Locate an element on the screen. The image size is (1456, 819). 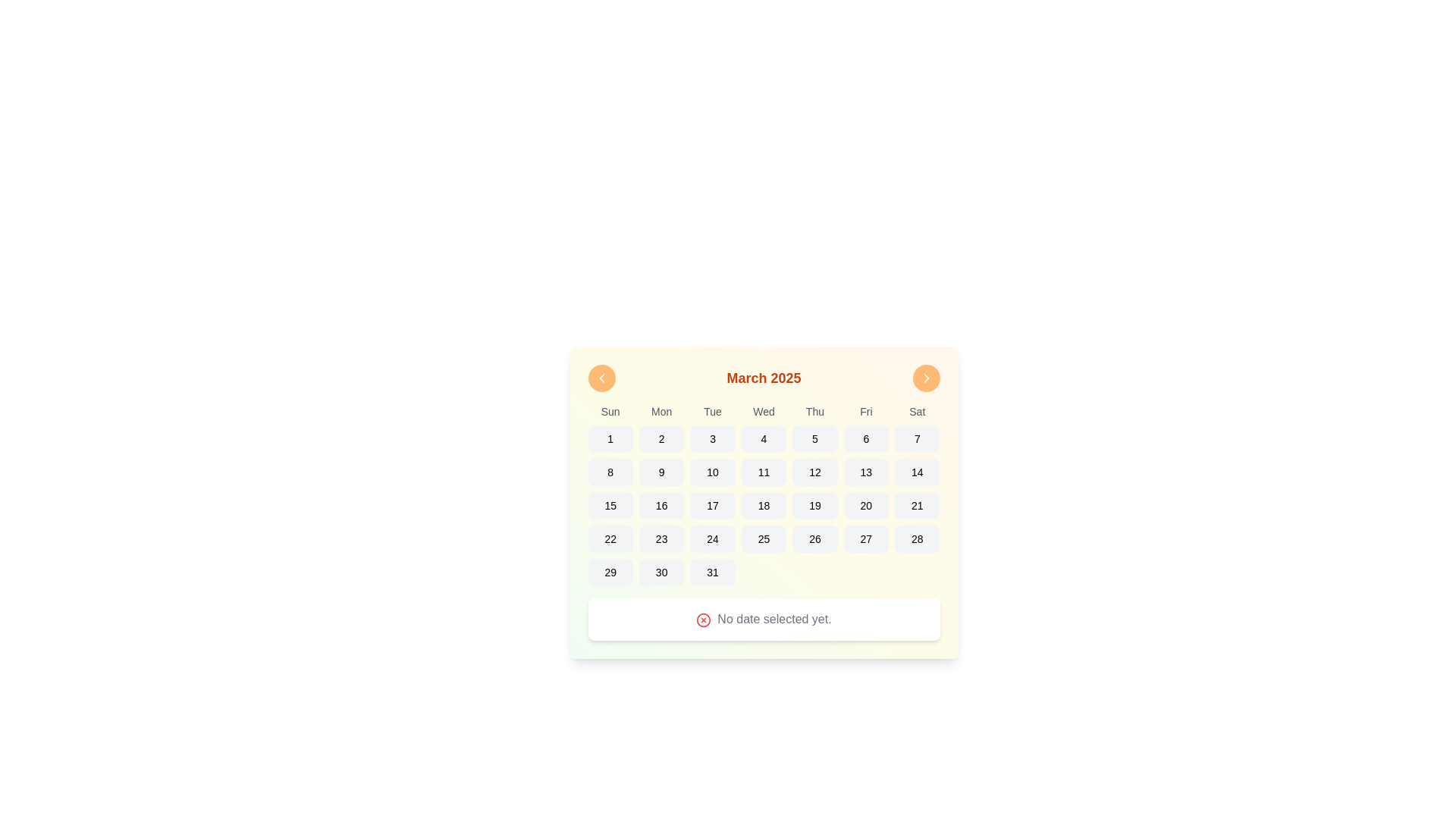
the selectable day button representing 'March 30, 2025' is located at coordinates (661, 573).